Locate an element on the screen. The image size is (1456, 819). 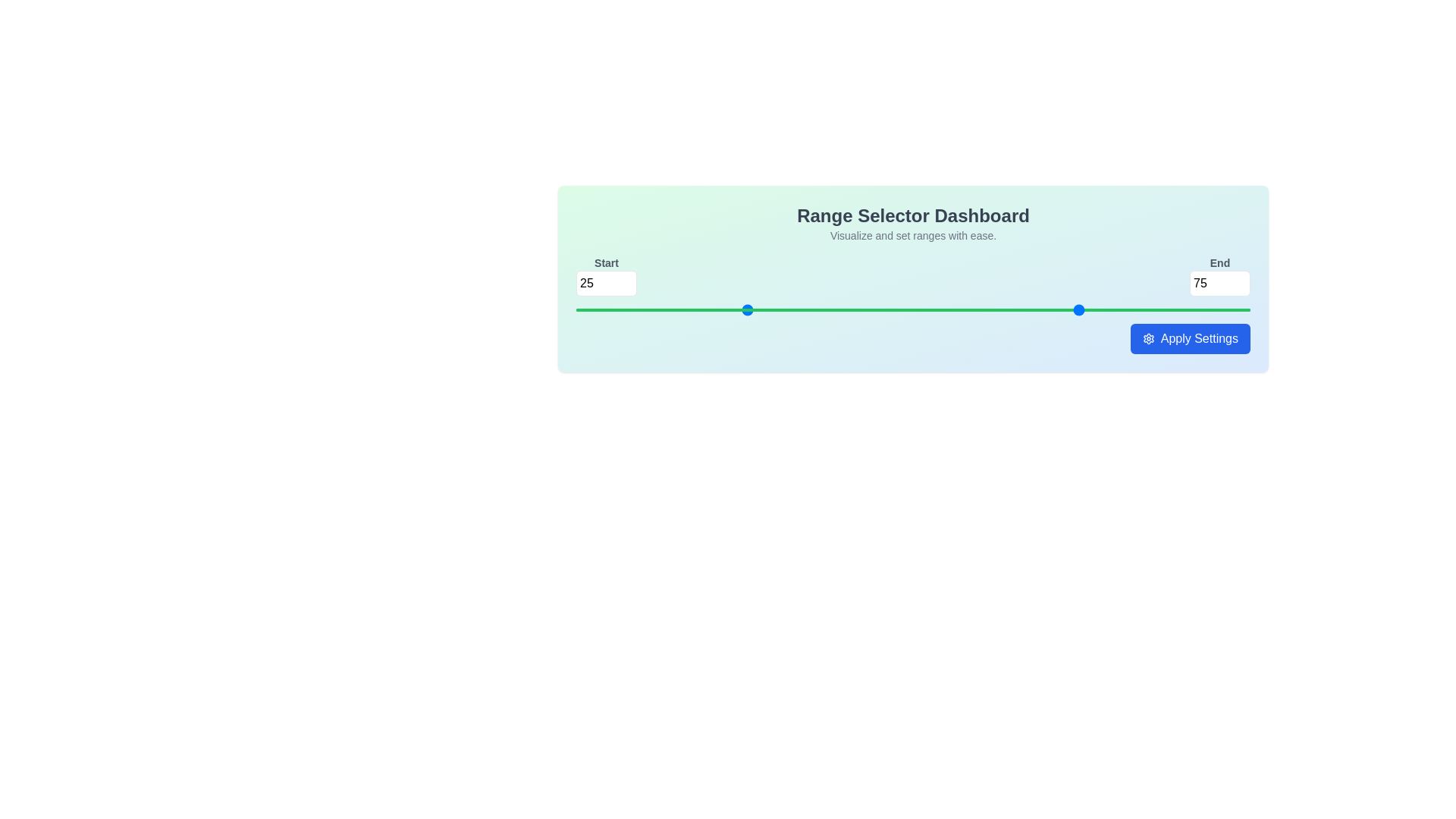
the gear-like icon that is positioned to the left of the text 'Apply Settings' inside the blue button is located at coordinates (1148, 338).